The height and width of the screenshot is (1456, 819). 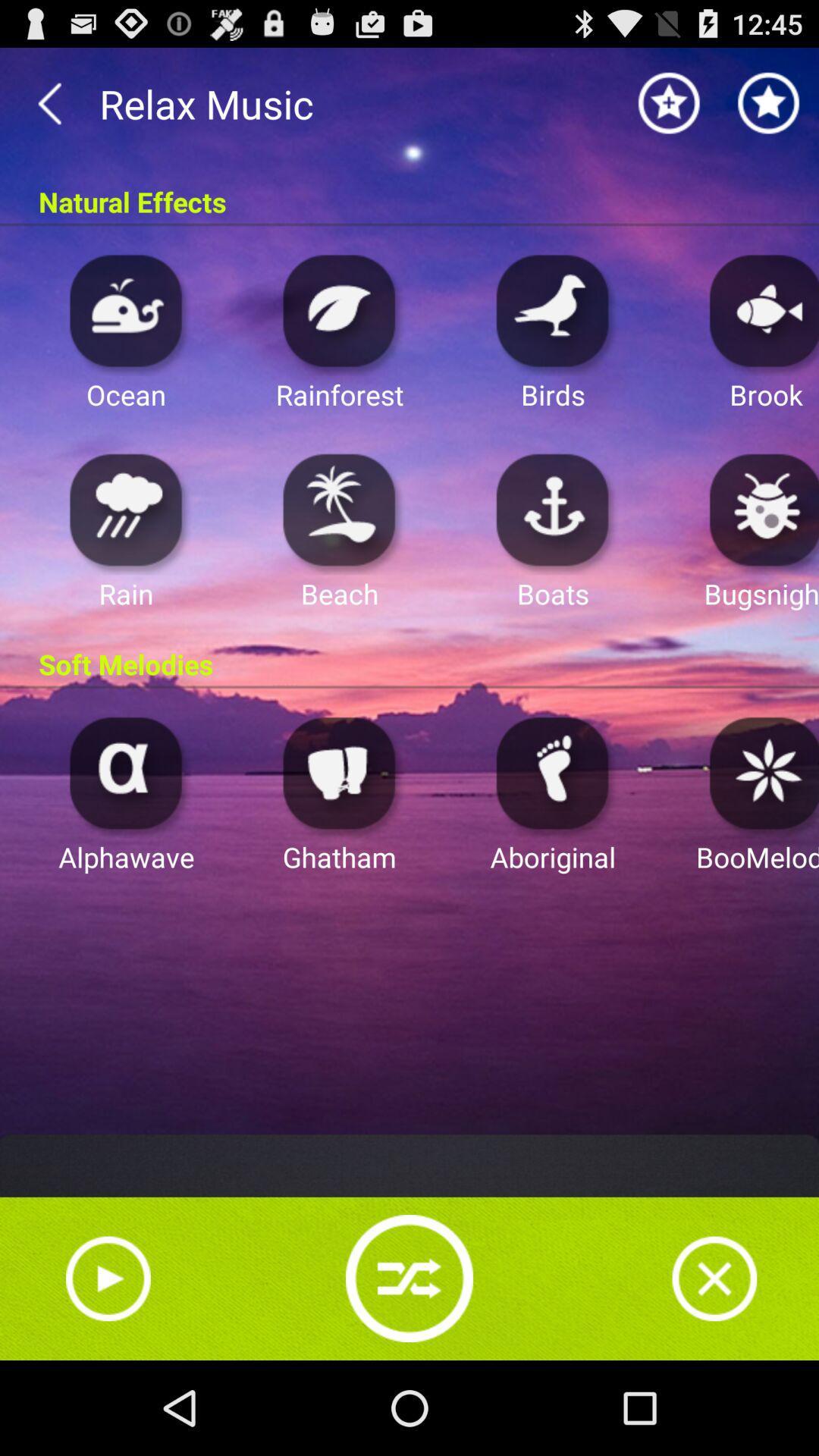 I want to click on to take the ghatham, so click(x=339, y=772).